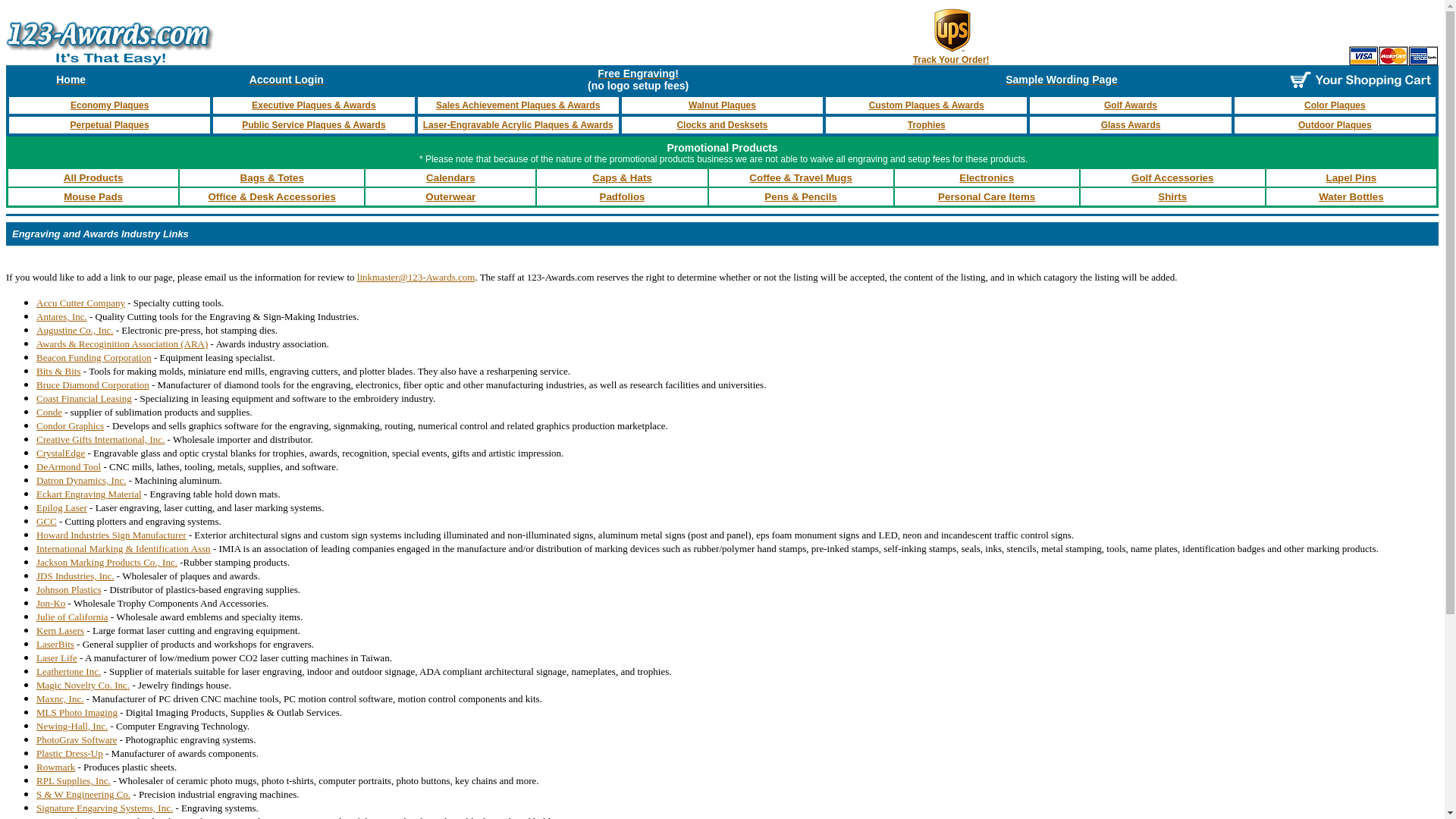 The image size is (1456, 819). Describe the element at coordinates (1131, 124) in the screenshot. I see `'Glass Awards'` at that location.